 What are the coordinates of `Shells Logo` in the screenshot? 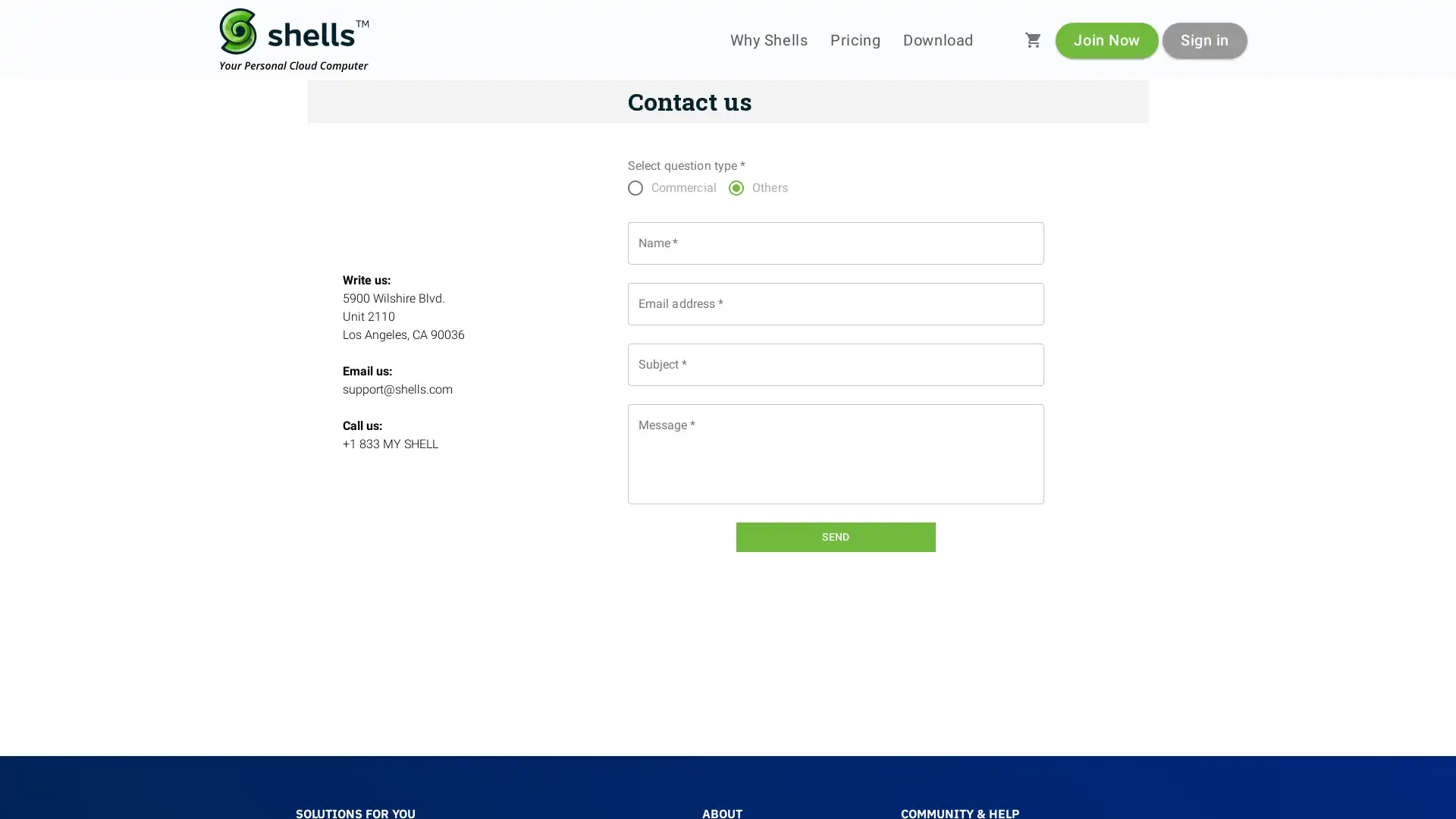 It's located at (294, 39).